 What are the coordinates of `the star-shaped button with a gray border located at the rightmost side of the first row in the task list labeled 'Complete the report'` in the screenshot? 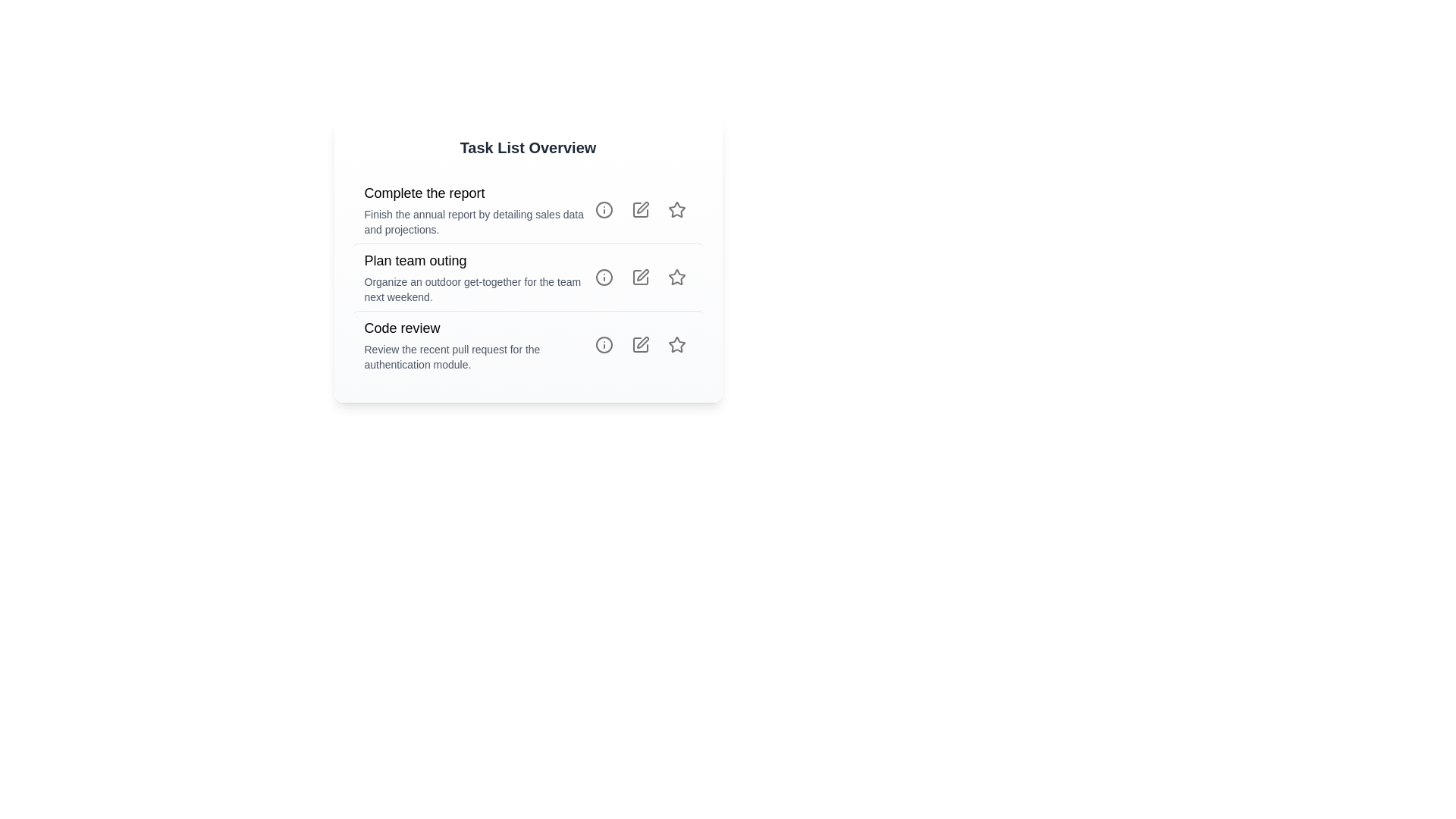 It's located at (676, 210).